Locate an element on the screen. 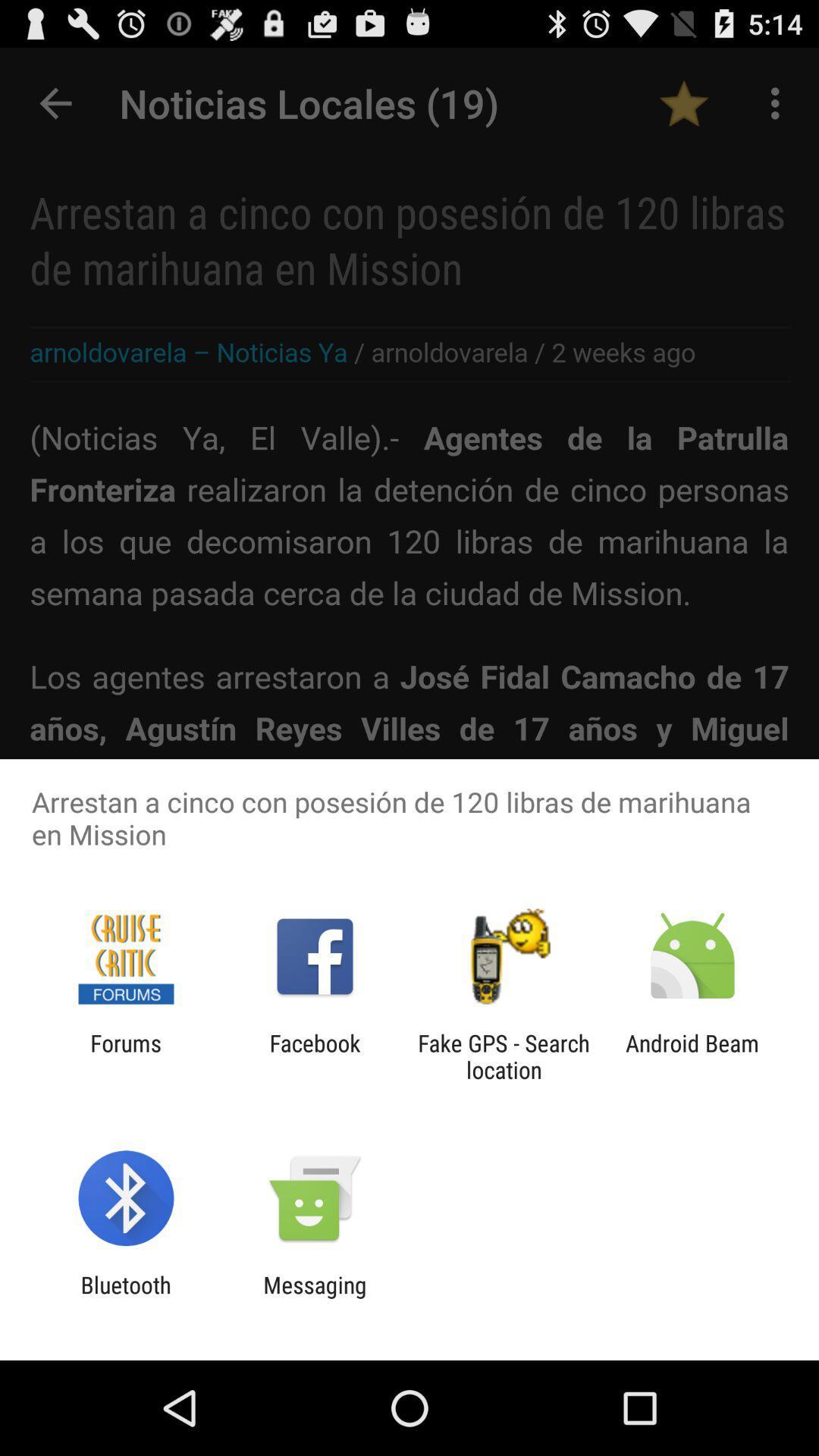  the item next to the facebook is located at coordinates (504, 1056).